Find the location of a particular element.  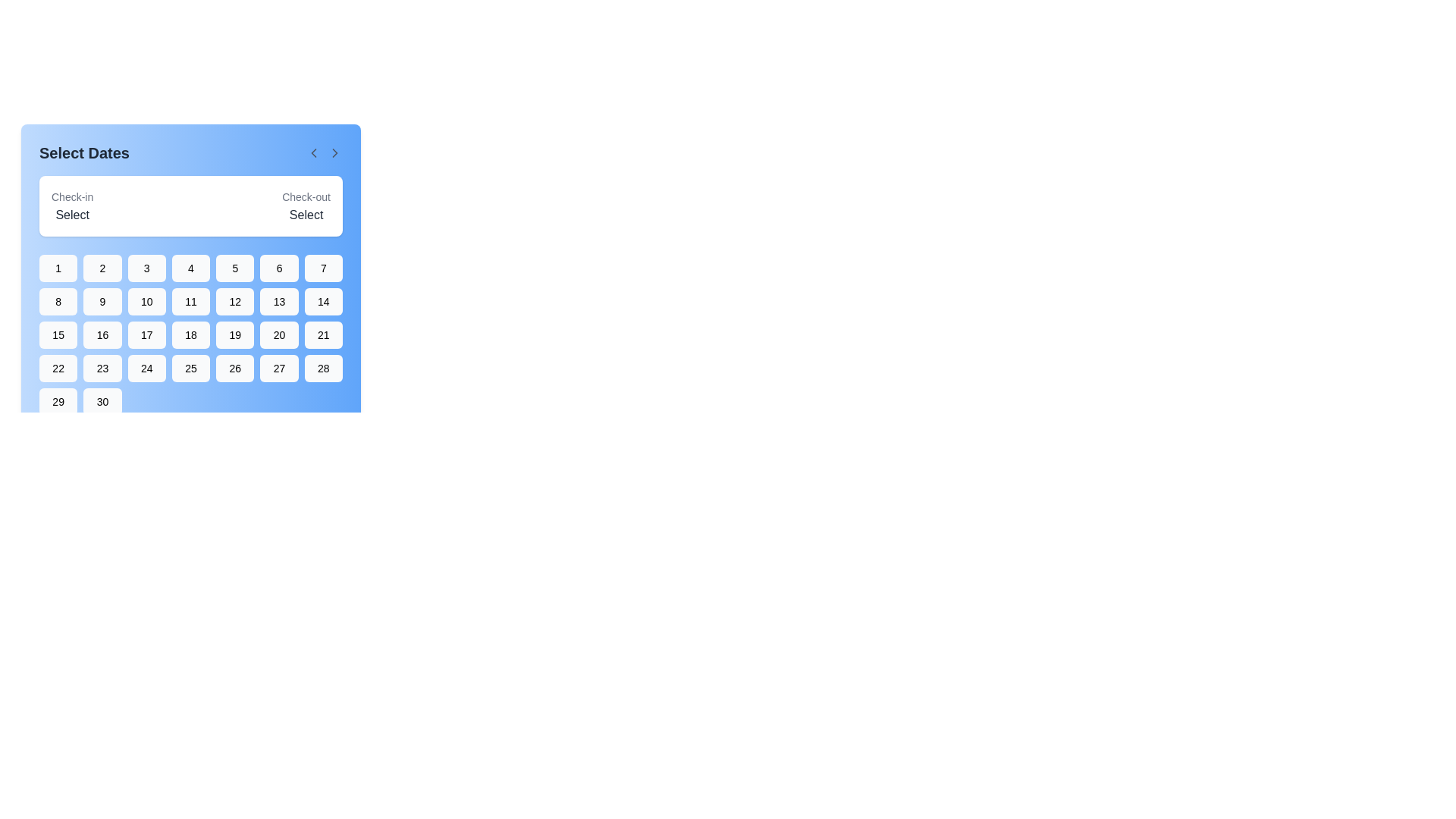

the 9th date button in the calendar interface is located at coordinates (102, 301).